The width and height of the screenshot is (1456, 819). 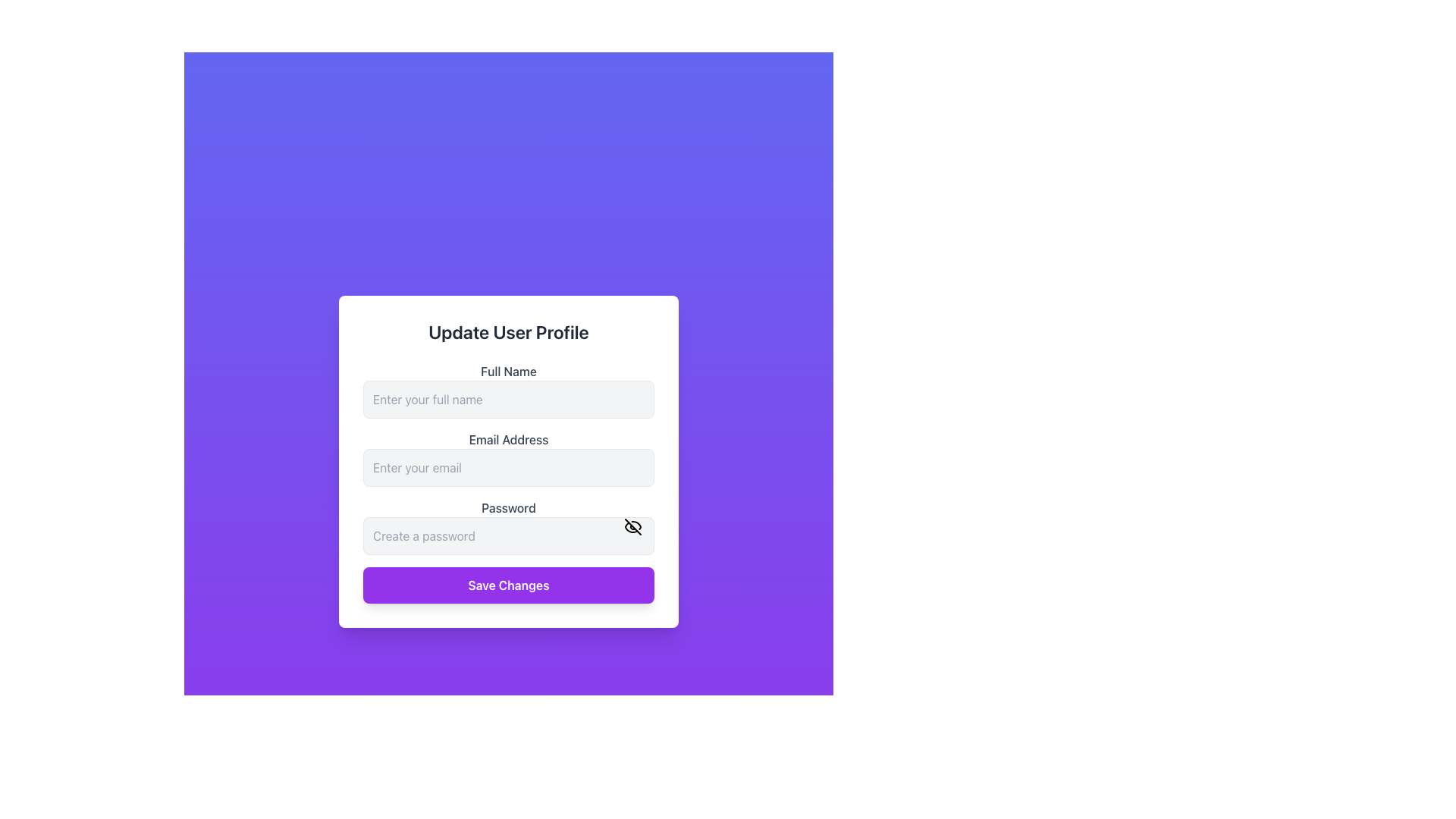 I want to click on the label element that describes the password input field, positioned directly above it in the form structure, so click(x=509, y=508).